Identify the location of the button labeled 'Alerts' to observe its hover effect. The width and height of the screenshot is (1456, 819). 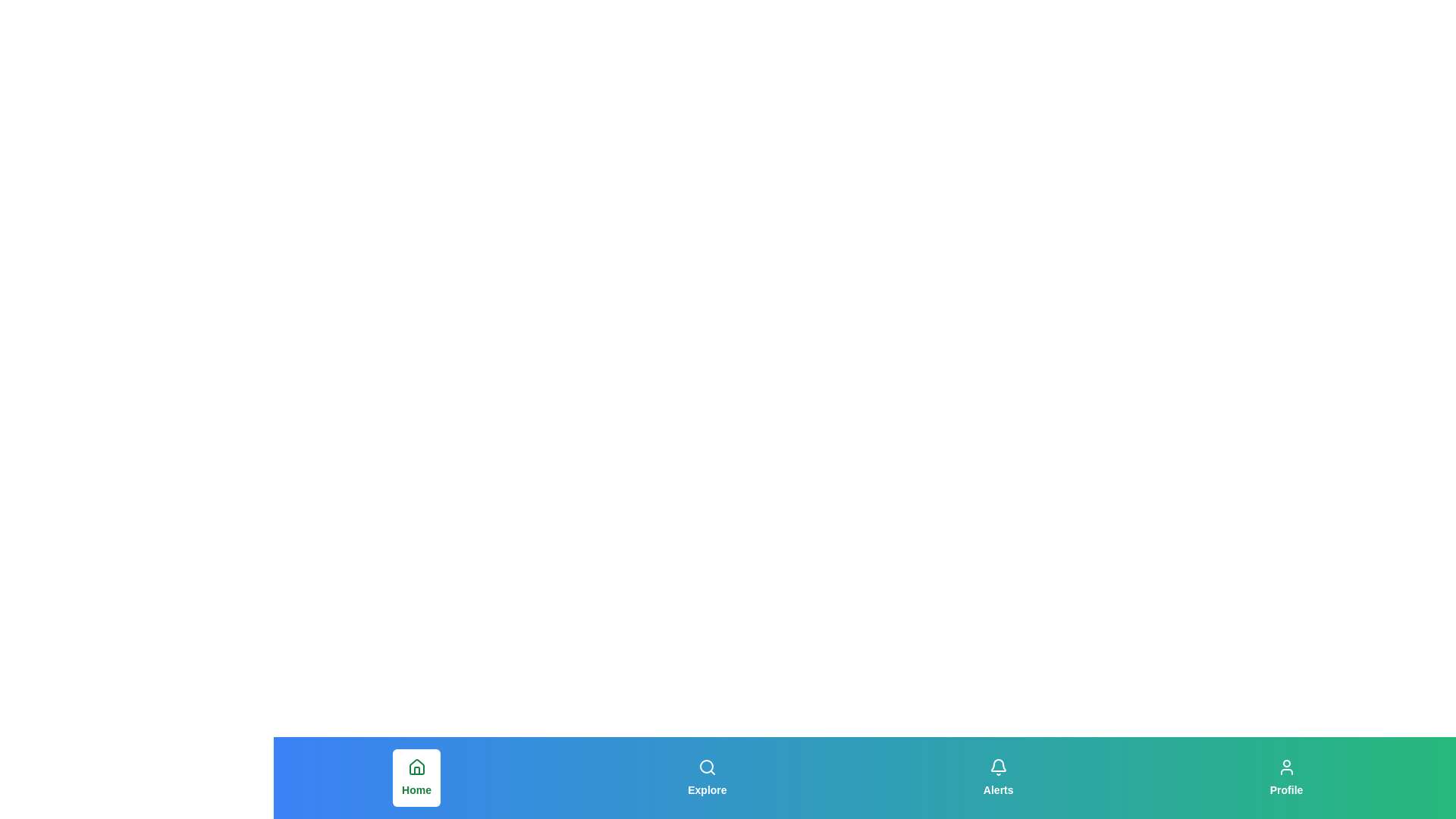
(998, 778).